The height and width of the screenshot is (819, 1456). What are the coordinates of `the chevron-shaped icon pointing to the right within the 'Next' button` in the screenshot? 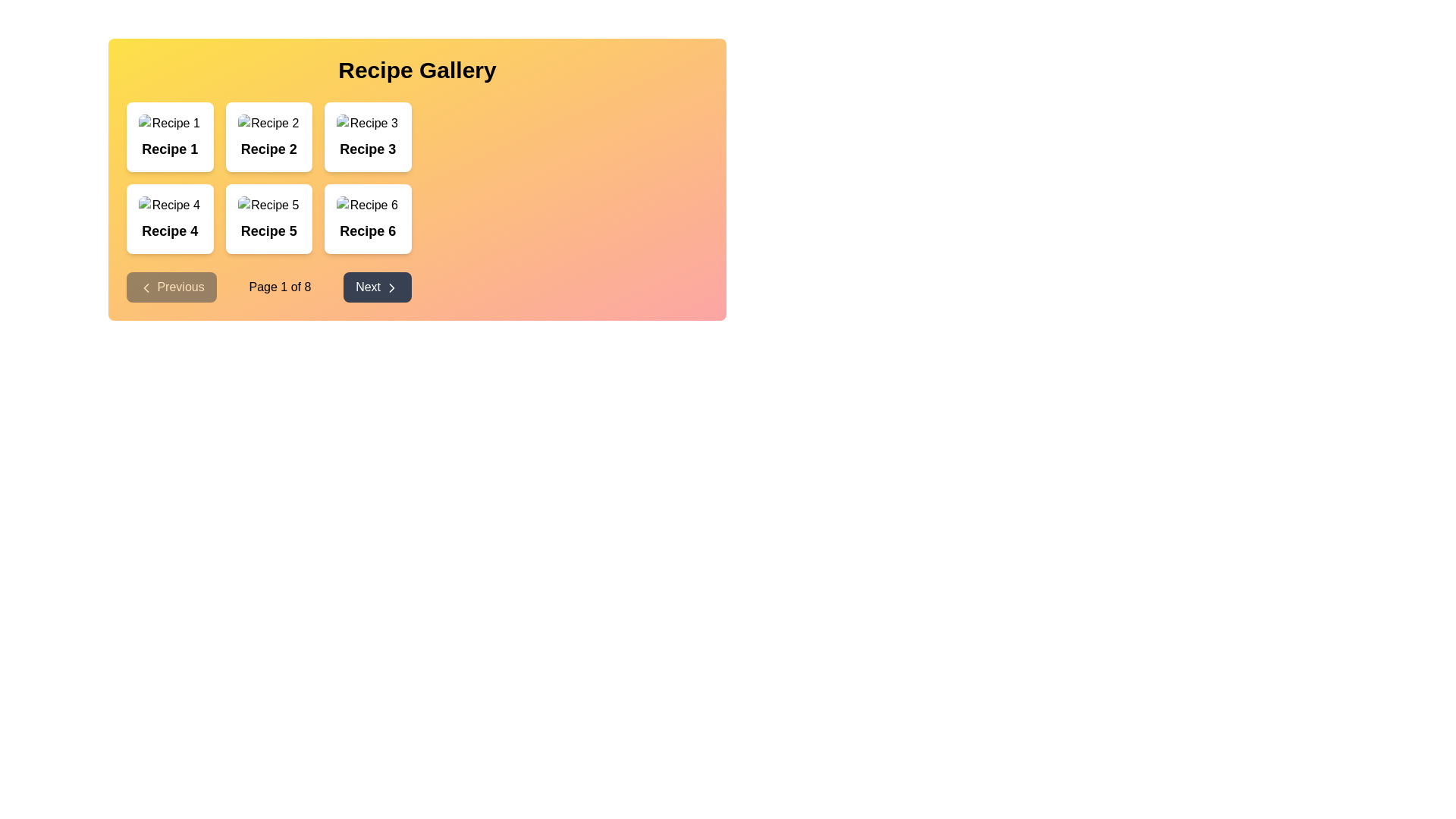 It's located at (391, 287).